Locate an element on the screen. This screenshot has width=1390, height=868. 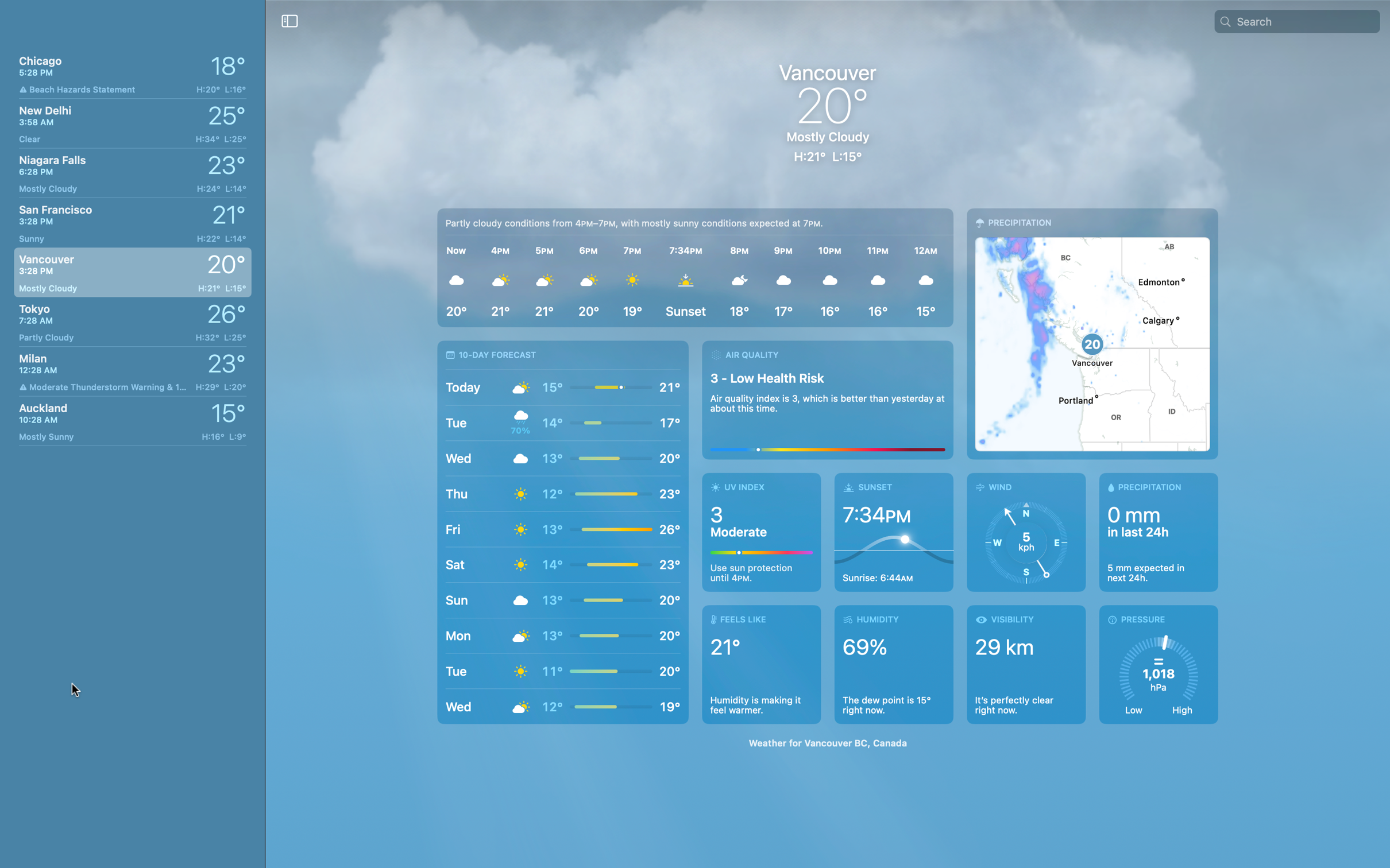
out the location of the sun in Vancouver is located at coordinates (894, 532).